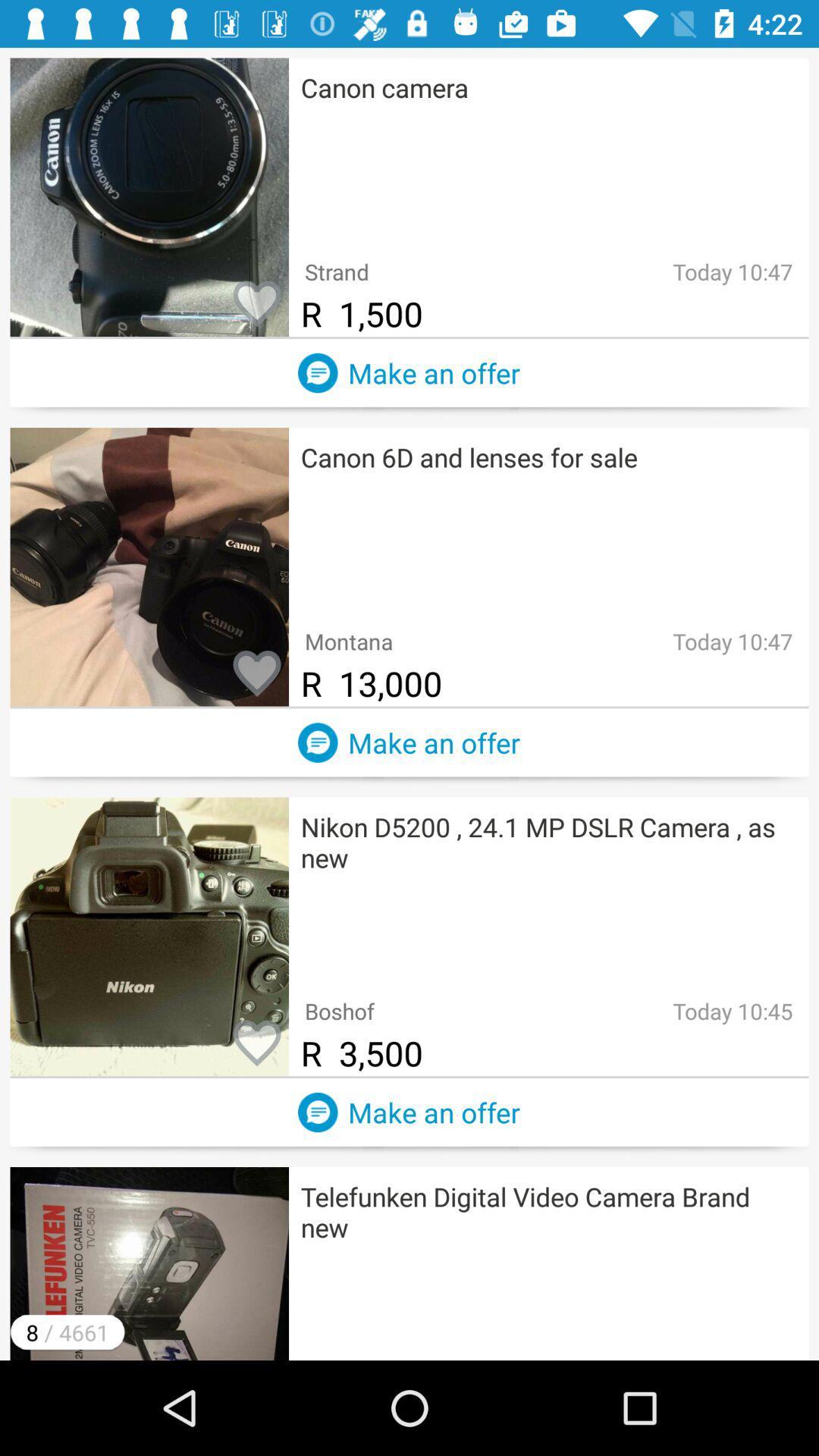 Image resolution: width=819 pixels, height=1456 pixels. I want to click on chat with seller, so click(317, 1112).